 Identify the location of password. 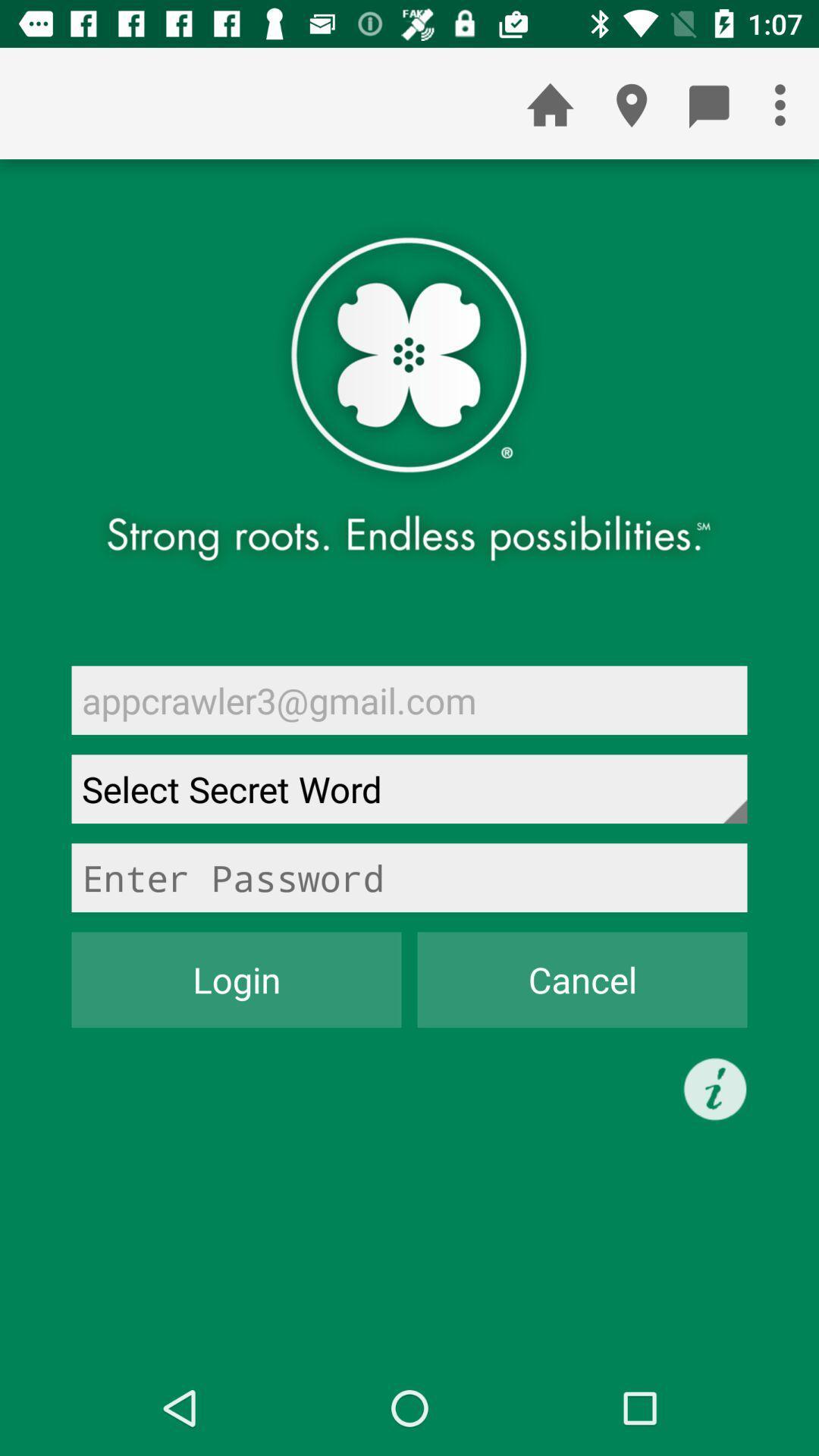
(409, 877).